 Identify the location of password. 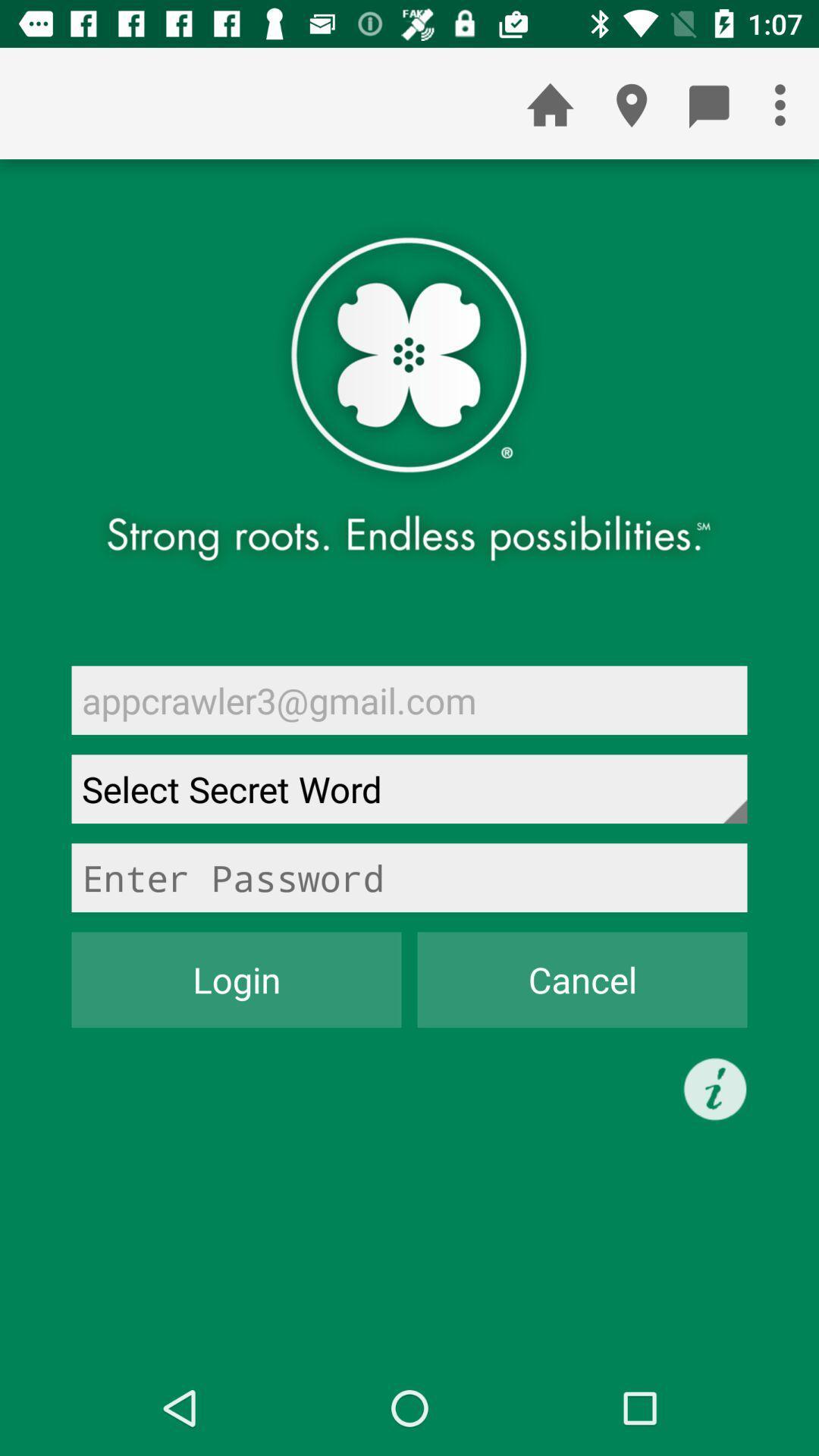
(409, 877).